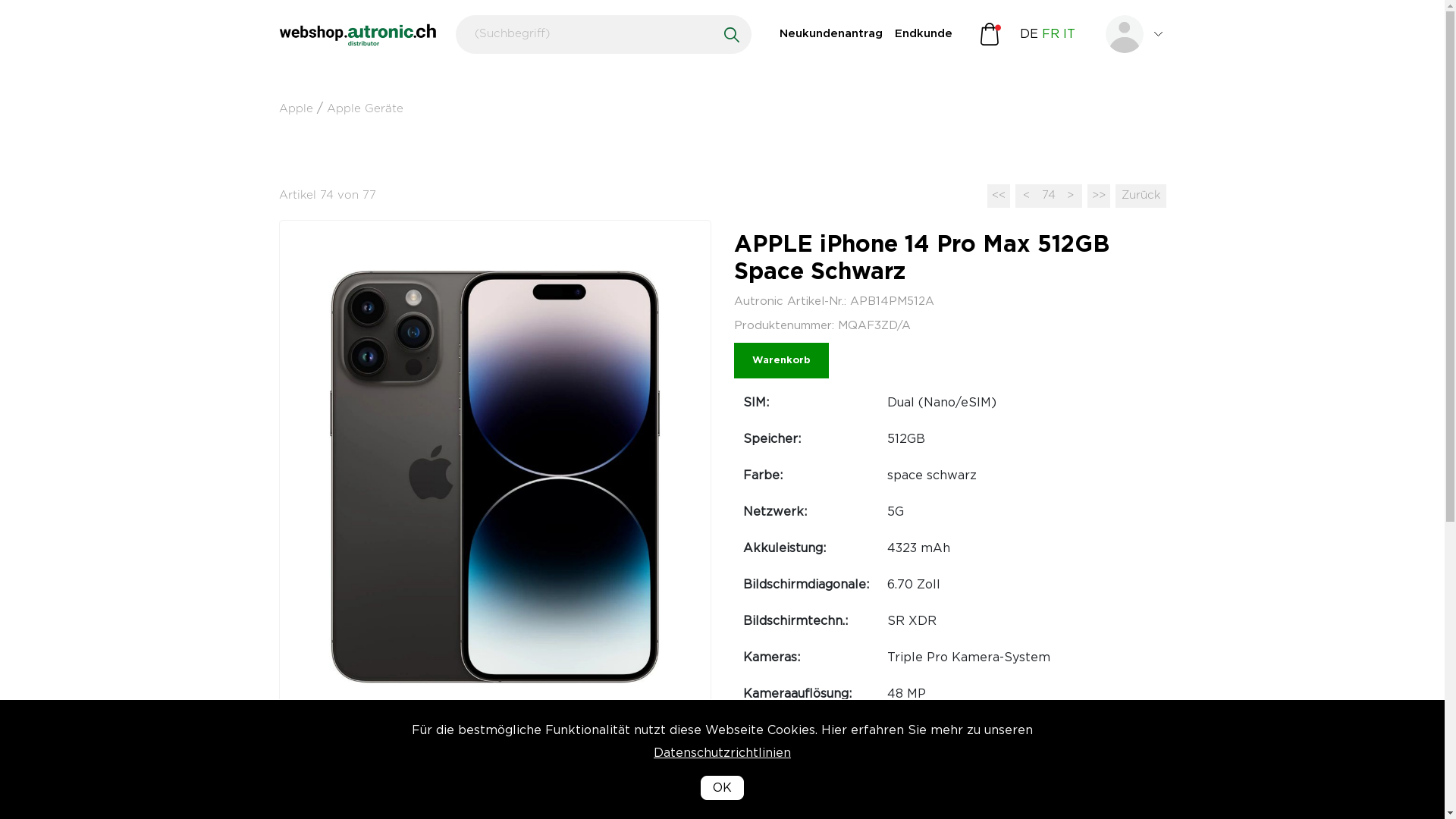 This screenshot has width=1456, height=819. What do you see at coordinates (721, 776) in the screenshot?
I see `'Datenschutzrichtlinien'` at bounding box center [721, 776].